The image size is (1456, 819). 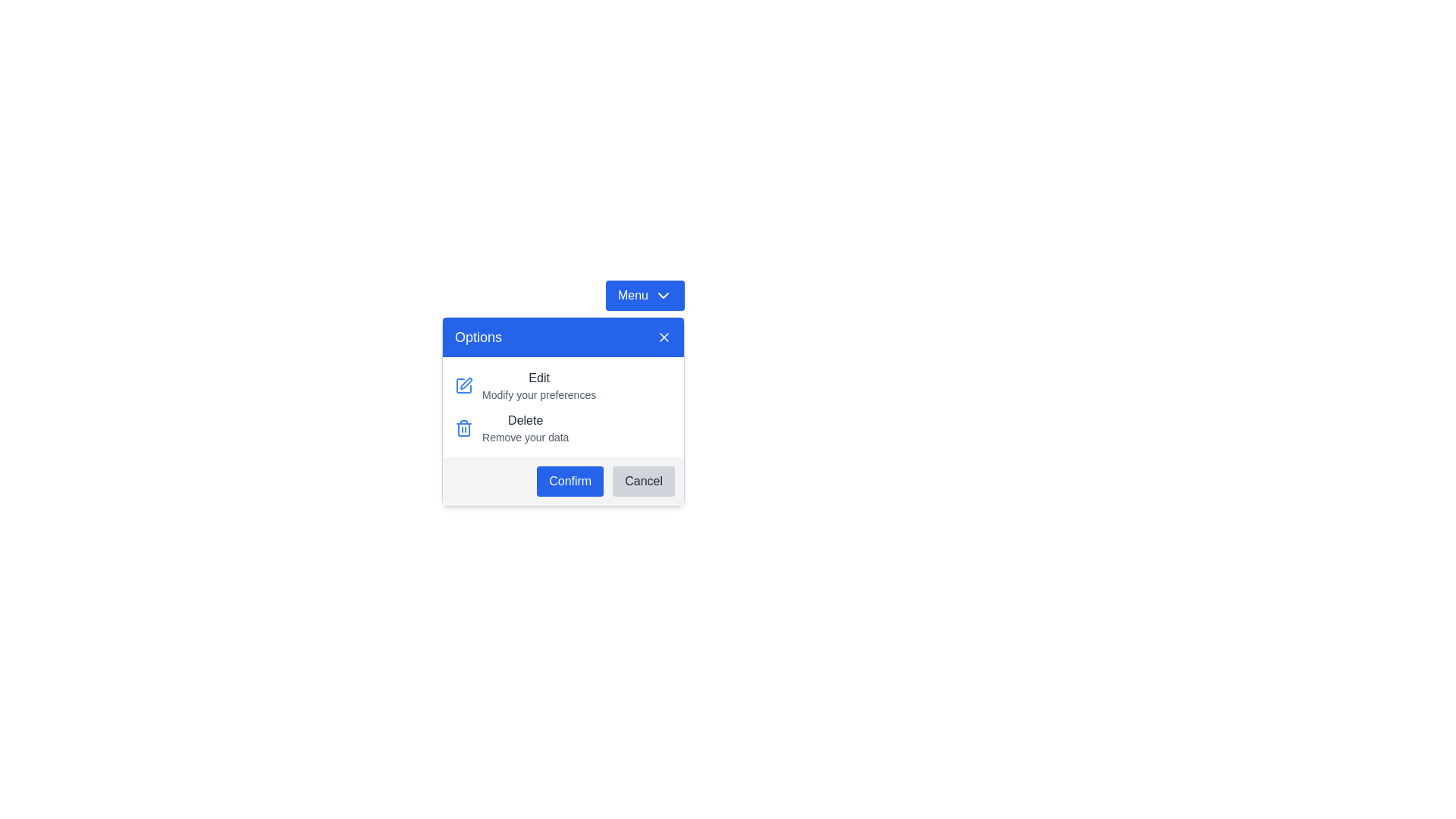 I want to click on the Text label that describes the deletion function in the modal interface titled 'Options', which is the second item in the vertical list of options, so click(x=526, y=428).